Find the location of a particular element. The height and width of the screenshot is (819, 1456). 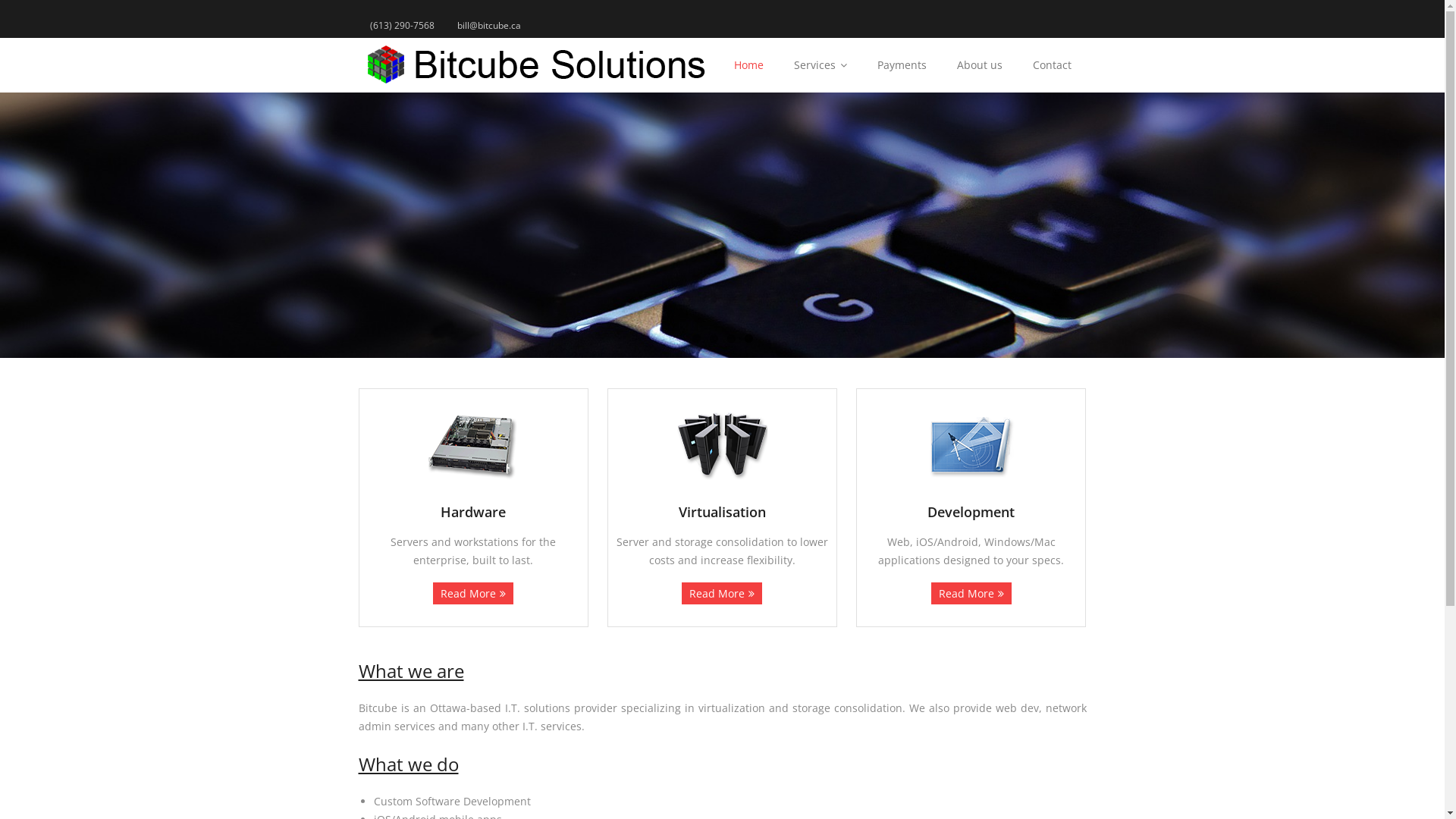

'About us' is located at coordinates (979, 64).